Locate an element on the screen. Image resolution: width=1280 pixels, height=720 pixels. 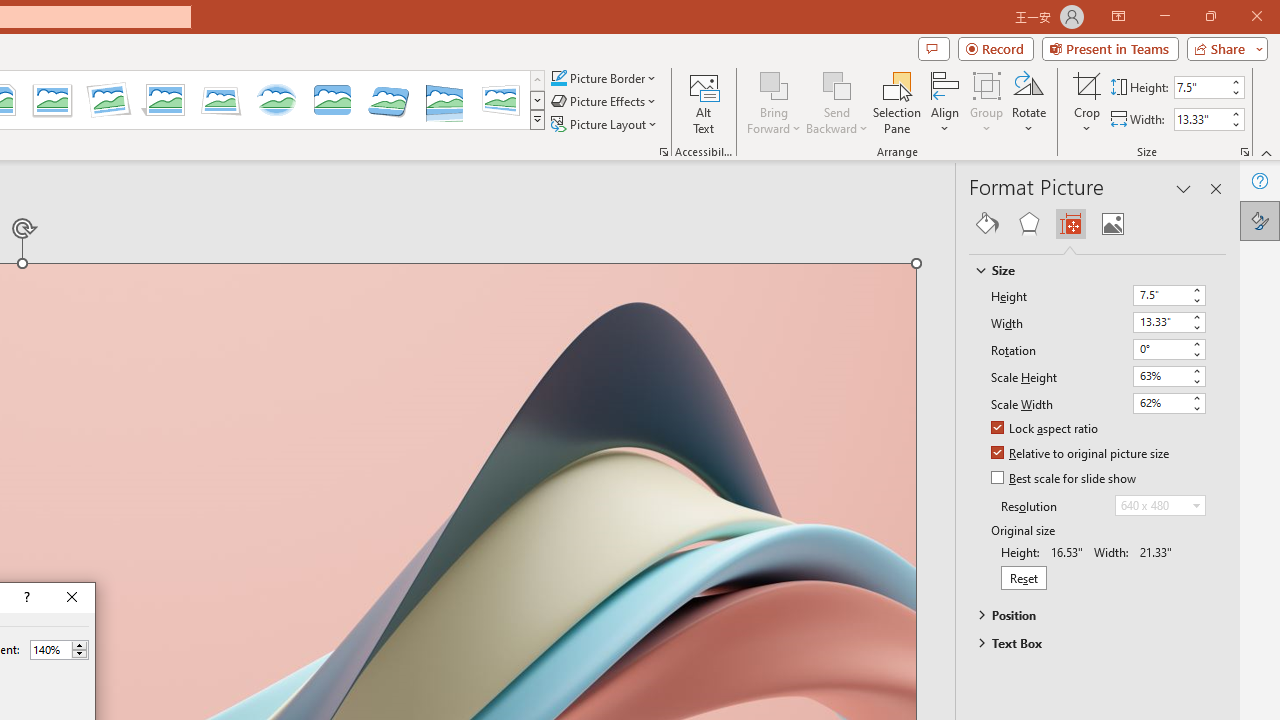
'Width' is located at coordinates (1169, 321).